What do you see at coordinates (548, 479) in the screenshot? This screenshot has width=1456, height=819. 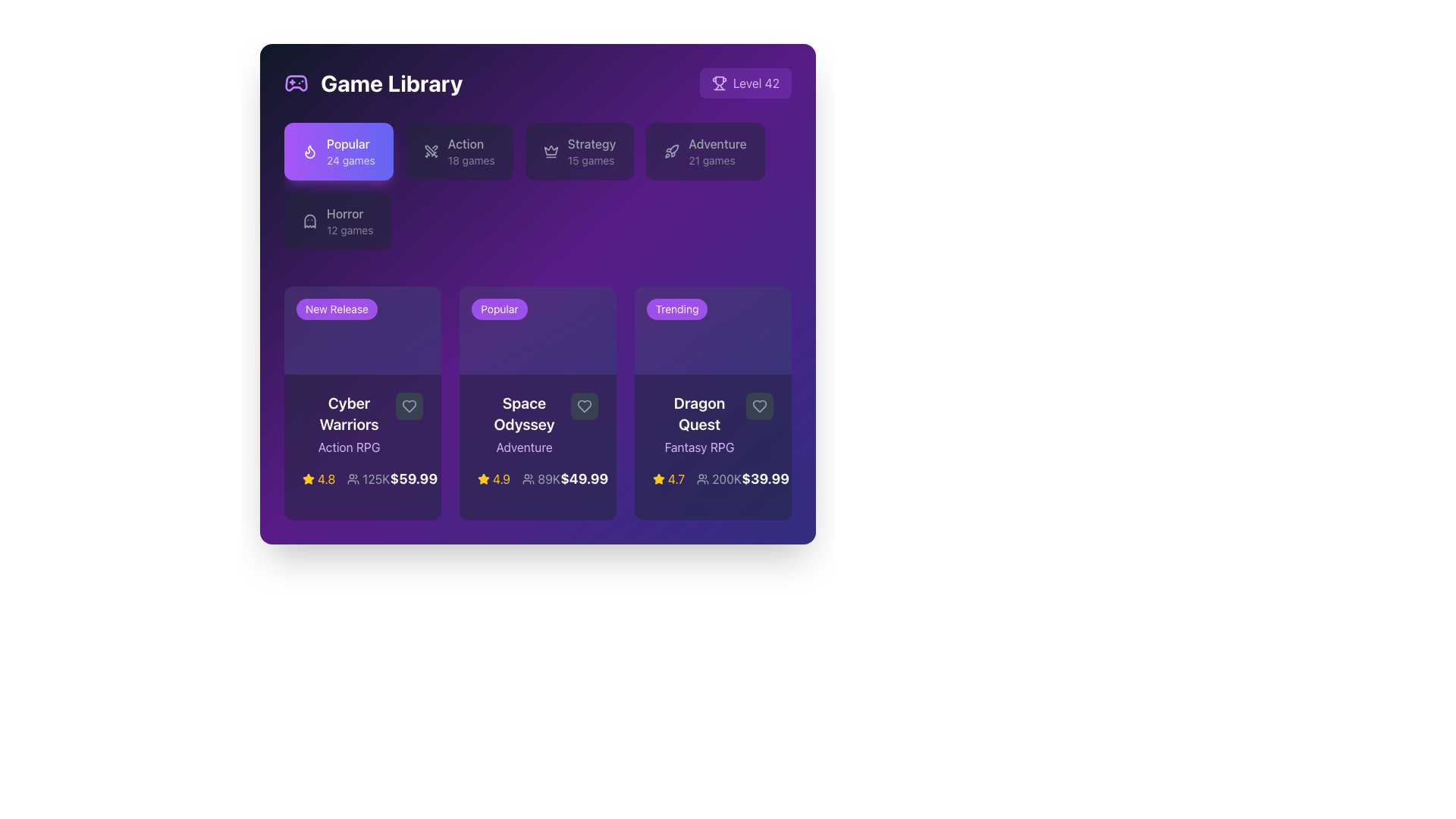 I see `text label showing '89K', which indicates the popularity metrics next to the user icon in the 'Space Odyssey' card` at bounding box center [548, 479].